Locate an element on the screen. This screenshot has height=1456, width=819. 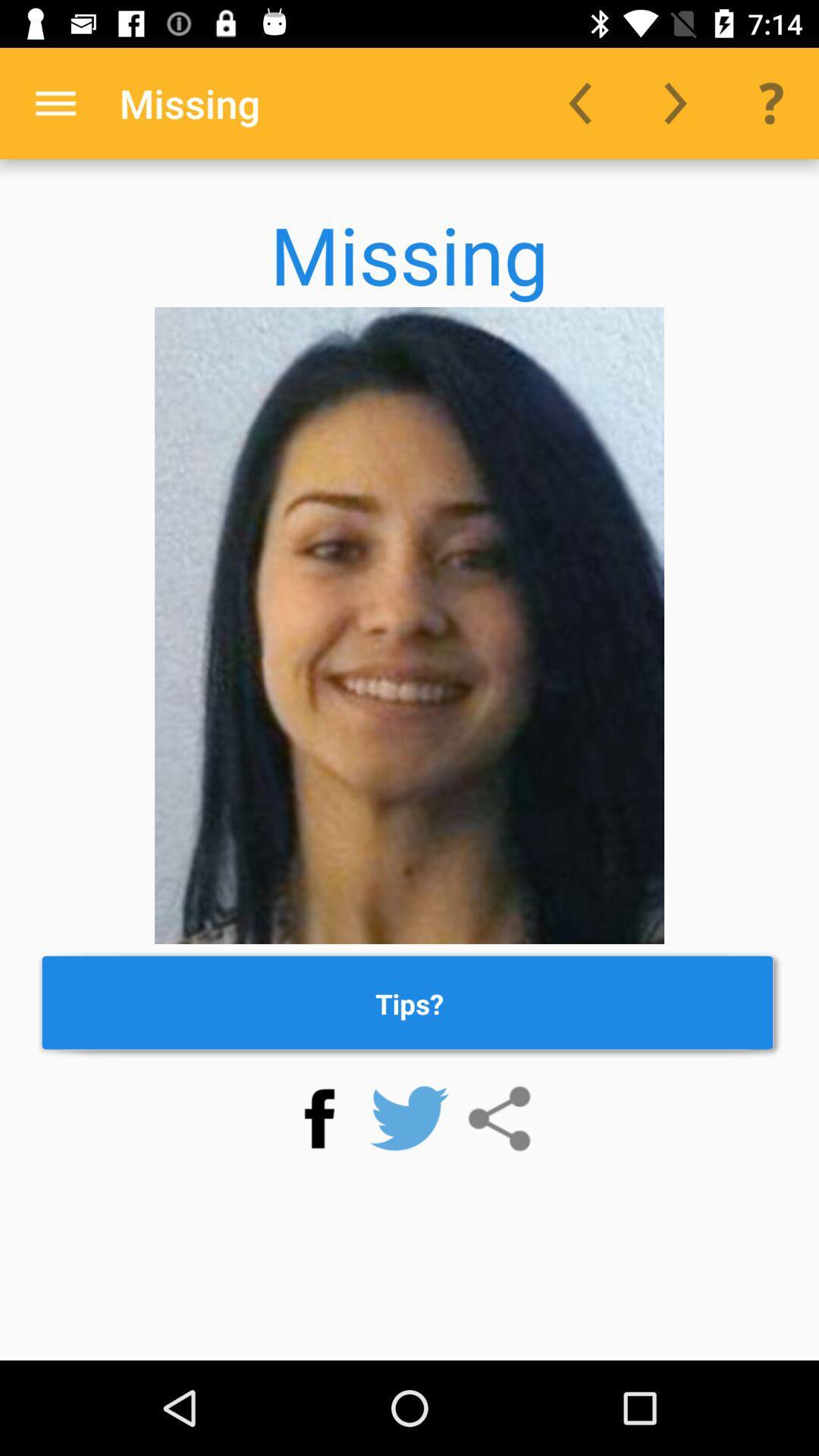
the twitter icon is located at coordinates (409, 1119).